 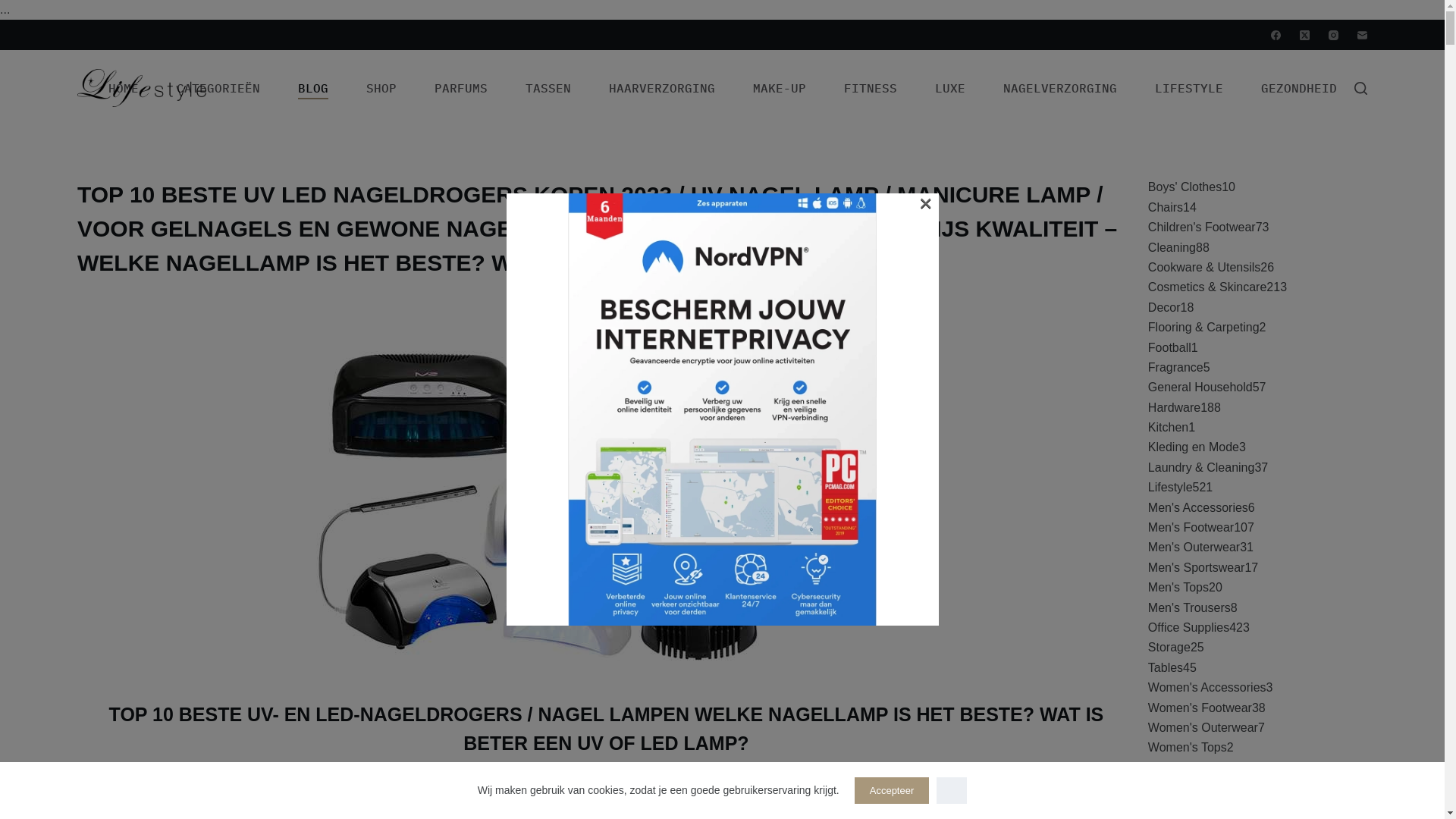 What do you see at coordinates (1193, 446) in the screenshot?
I see `'Kleding en Mode'` at bounding box center [1193, 446].